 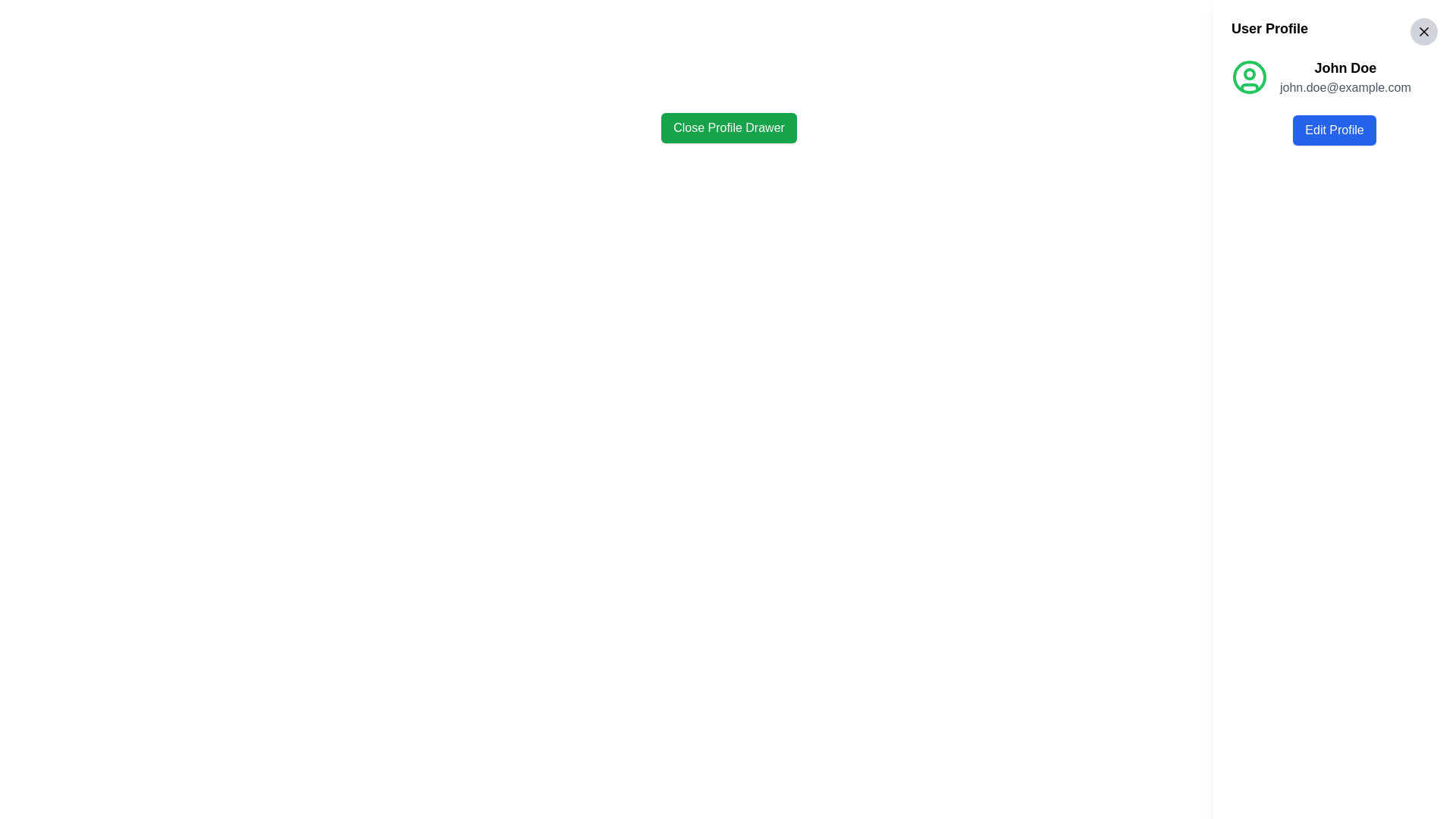 I want to click on the Close button icon located in the top-right corner of the User Profile section, so click(x=1423, y=32).